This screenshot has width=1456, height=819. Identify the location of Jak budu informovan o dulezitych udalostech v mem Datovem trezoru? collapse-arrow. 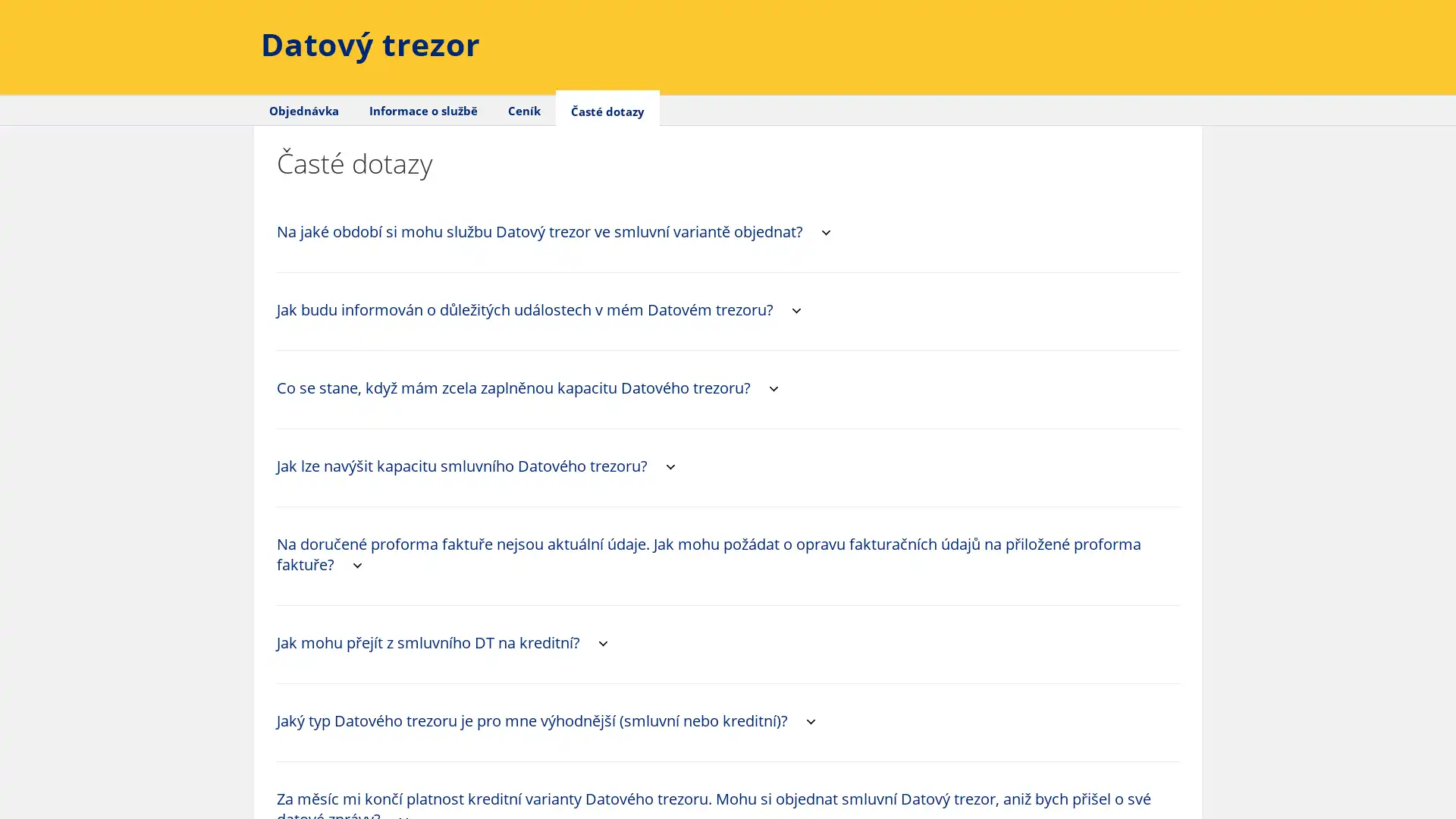
(538, 308).